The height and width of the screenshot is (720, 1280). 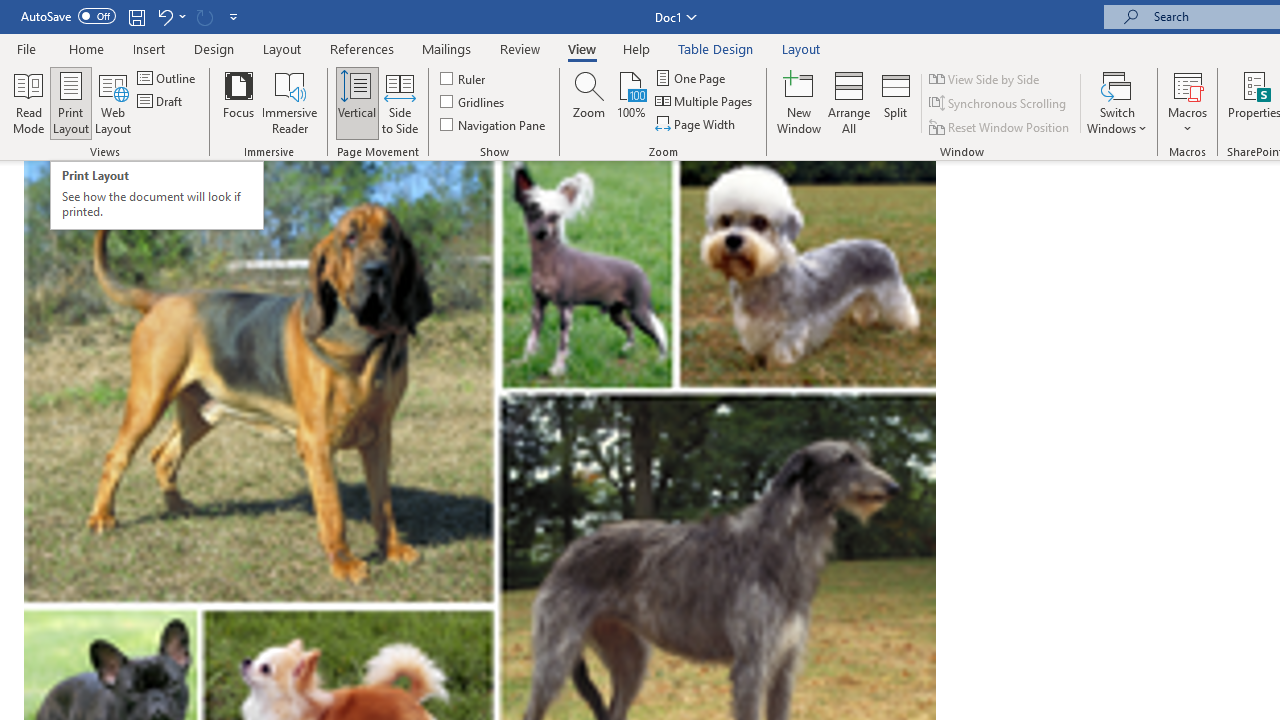 What do you see at coordinates (400, 103) in the screenshot?
I see `'Side to Side'` at bounding box center [400, 103].